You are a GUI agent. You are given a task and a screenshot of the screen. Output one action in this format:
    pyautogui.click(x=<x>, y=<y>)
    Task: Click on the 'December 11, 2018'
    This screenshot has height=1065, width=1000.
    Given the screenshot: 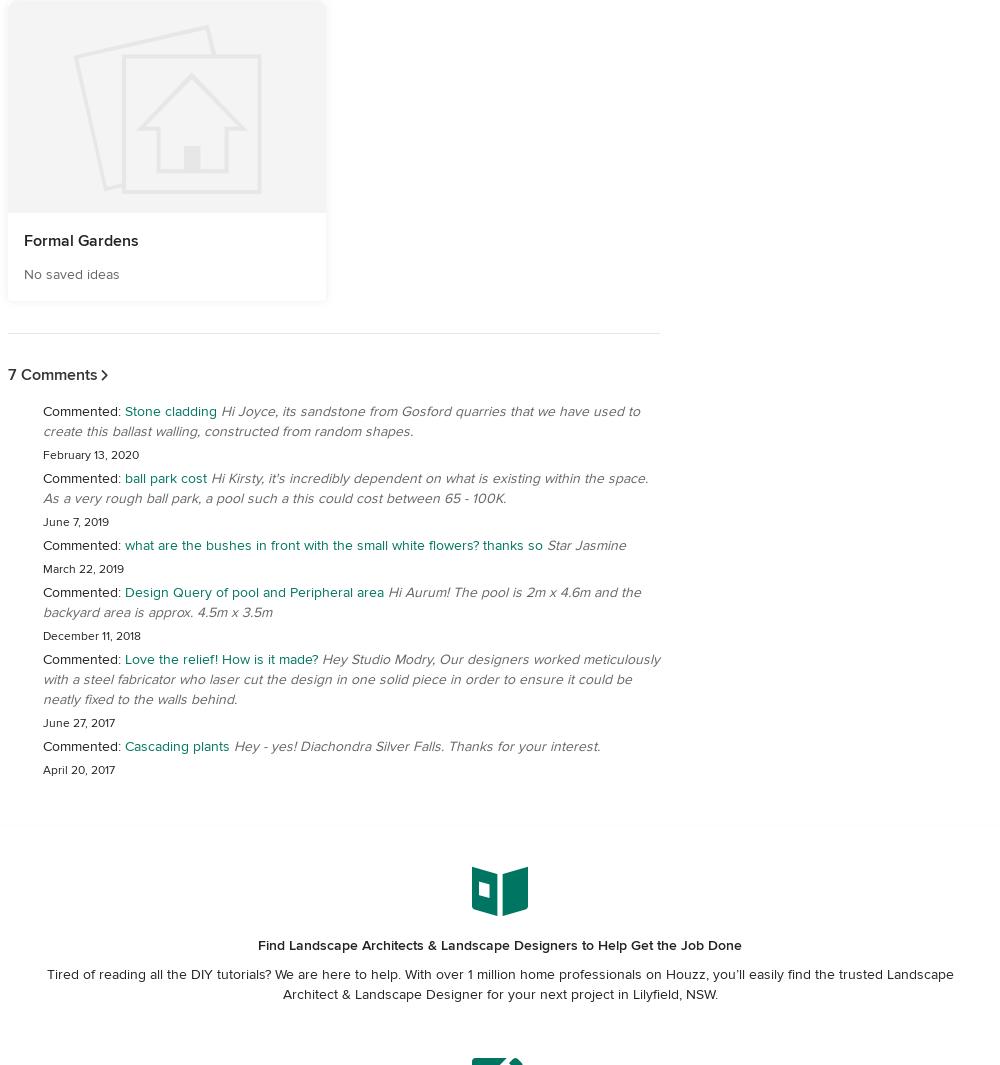 What is the action you would take?
    pyautogui.click(x=91, y=636)
    